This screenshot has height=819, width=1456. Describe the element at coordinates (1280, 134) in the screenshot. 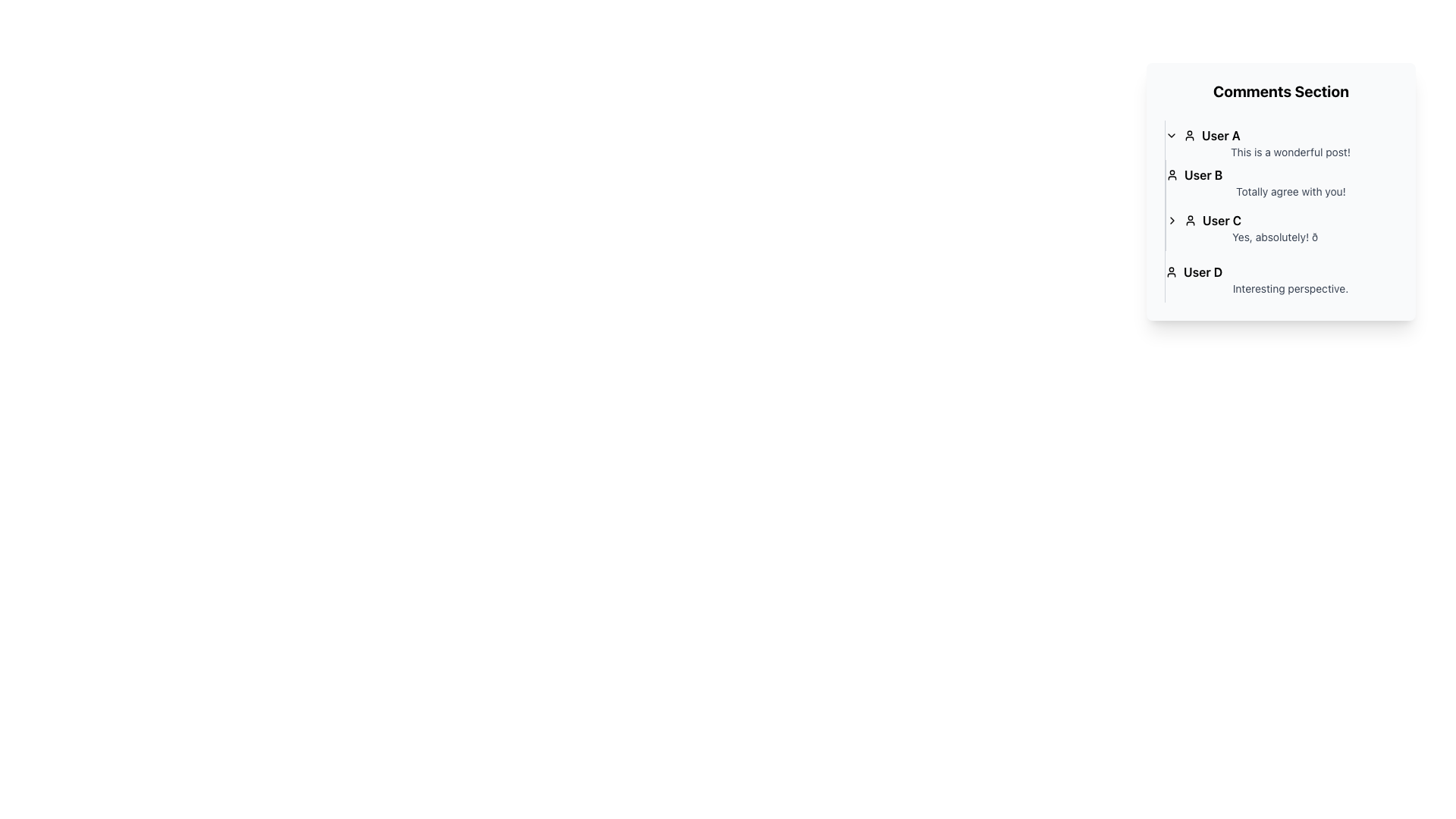

I see `the User Identifier Section for 'User A' to highlight it` at that location.